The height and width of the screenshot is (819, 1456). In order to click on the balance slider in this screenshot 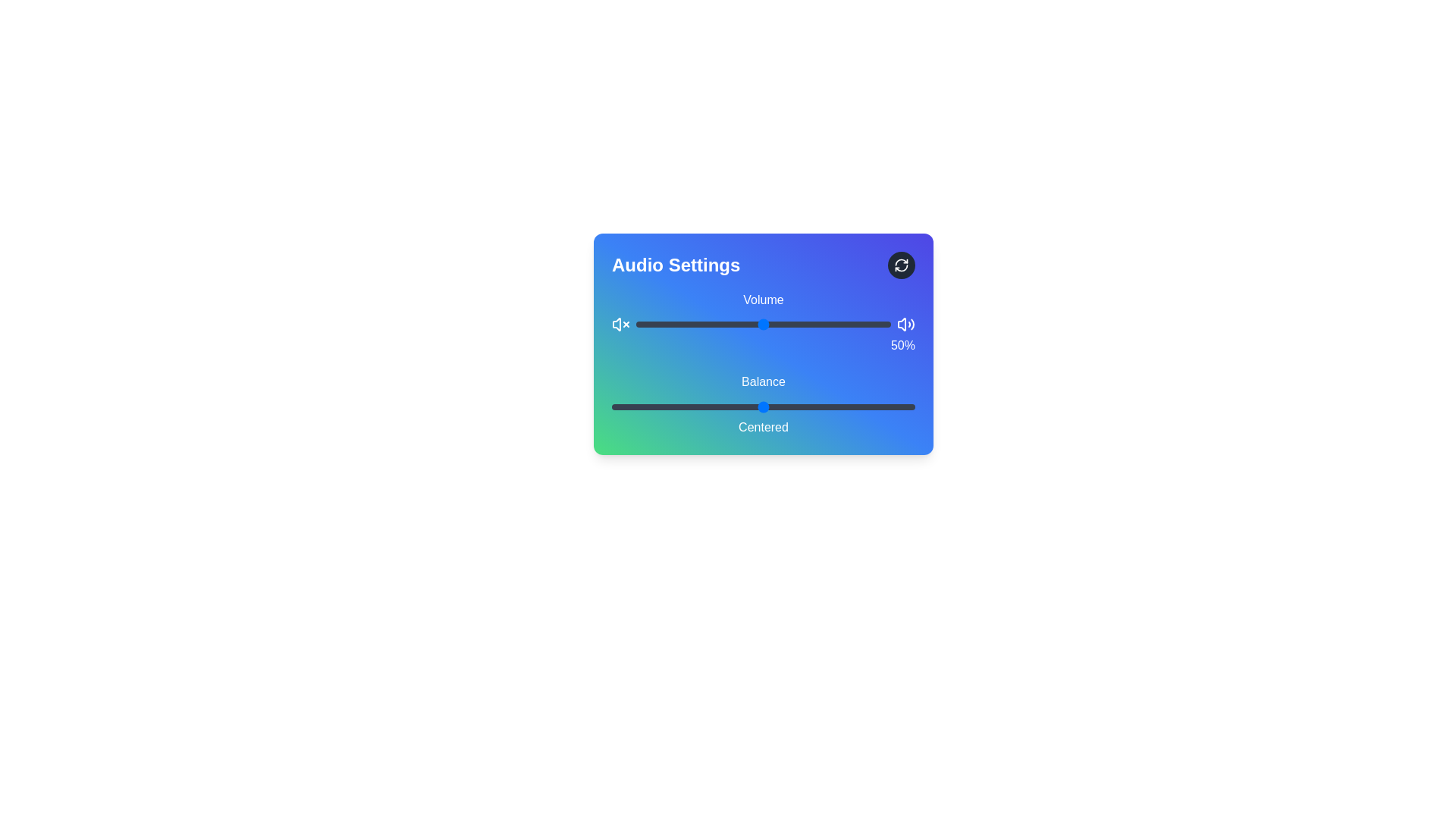, I will do `click(829, 406)`.